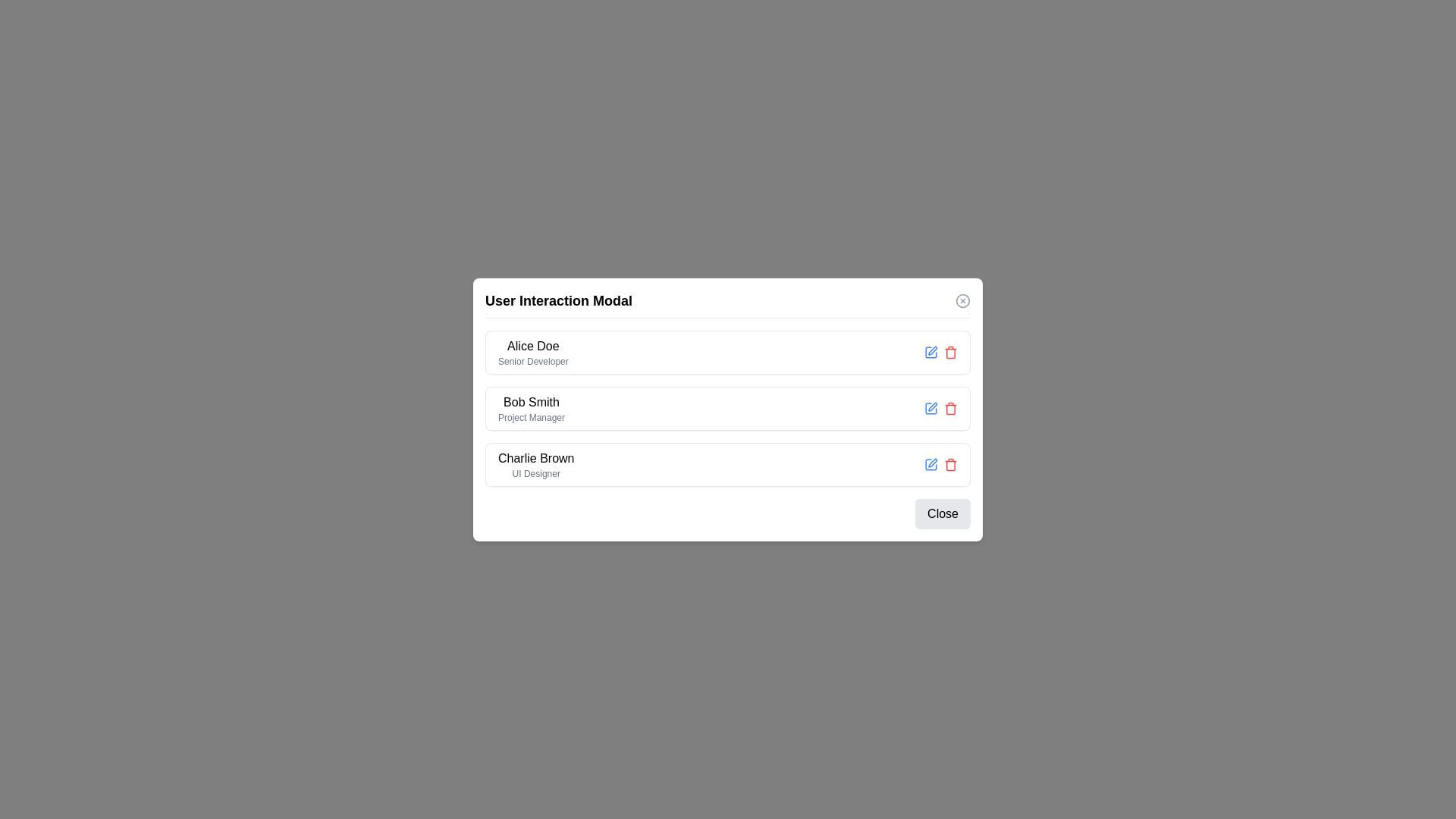 This screenshot has height=819, width=1456. I want to click on the Text label block displaying the name and title of an individual, located below 'Alice Doe' and above 'Charlie Brown' in the modal dialog, so click(531, 407).